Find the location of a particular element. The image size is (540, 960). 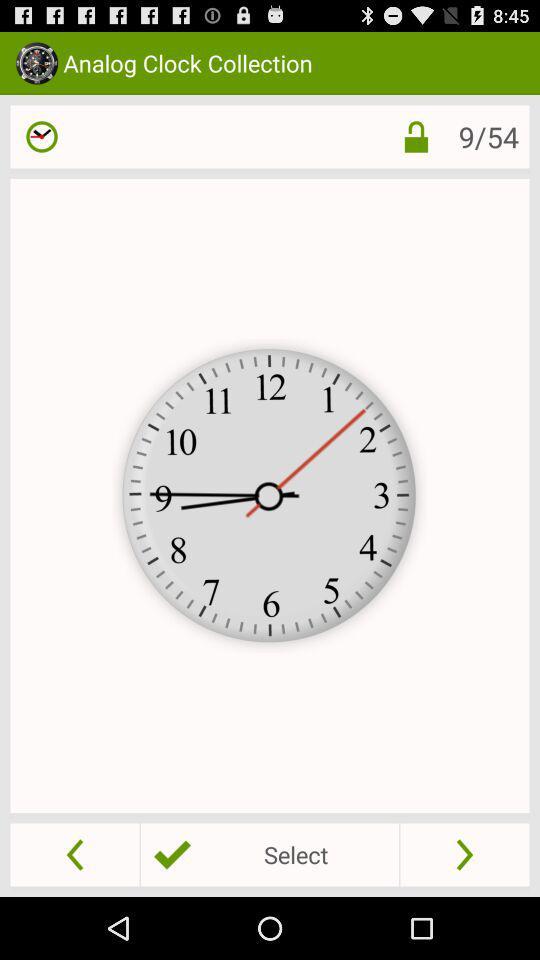

the time icon is located at coordinates (42, 145).